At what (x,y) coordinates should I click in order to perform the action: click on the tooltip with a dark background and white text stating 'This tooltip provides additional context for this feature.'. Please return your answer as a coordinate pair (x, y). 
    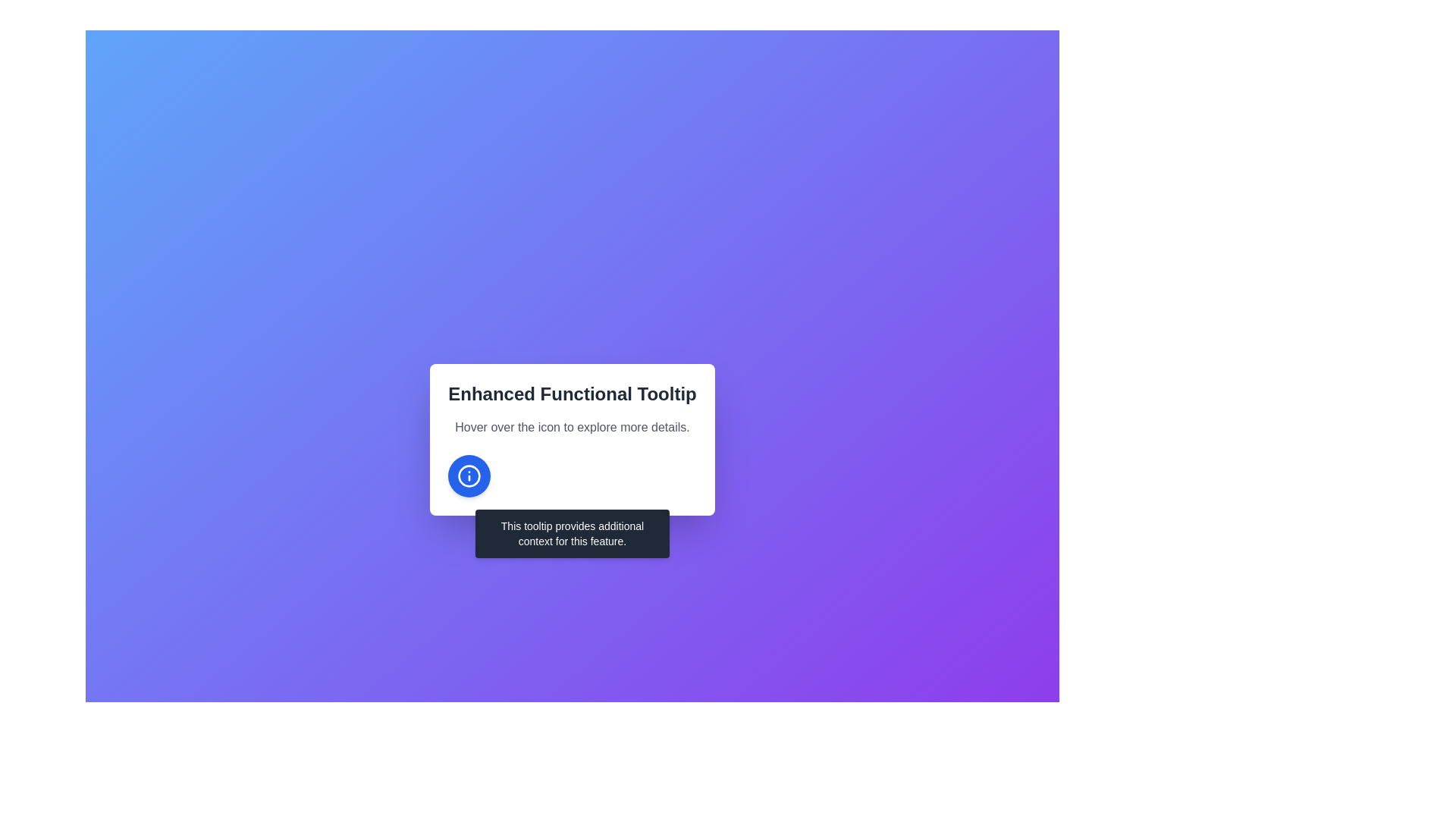
    Looking at the image, I should click on (571, 533).